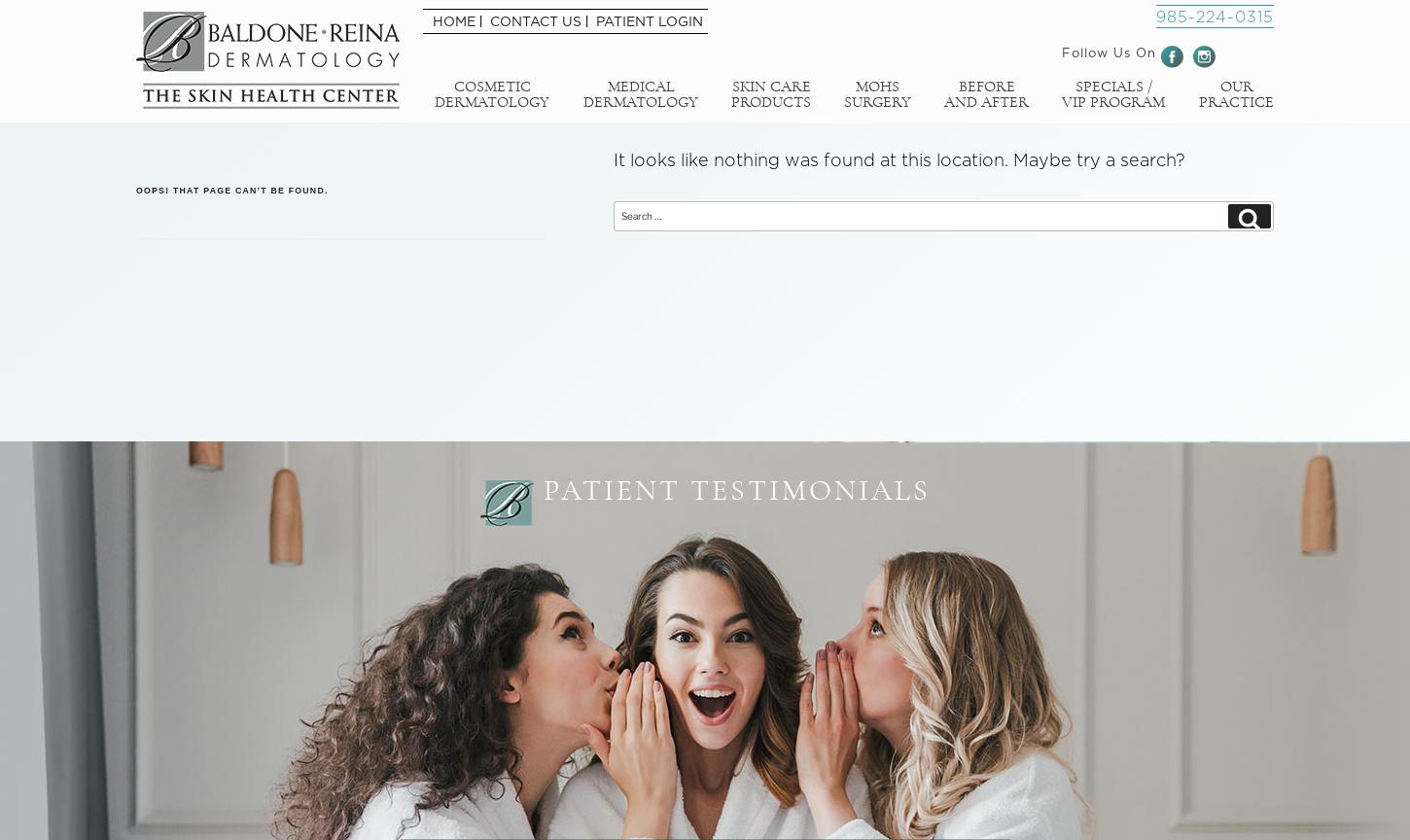 The height and width of the screenshot is (840, 1410). Describe the element at coordinates (639, 86) in the screenshot. I see `'Medical'` at that location.